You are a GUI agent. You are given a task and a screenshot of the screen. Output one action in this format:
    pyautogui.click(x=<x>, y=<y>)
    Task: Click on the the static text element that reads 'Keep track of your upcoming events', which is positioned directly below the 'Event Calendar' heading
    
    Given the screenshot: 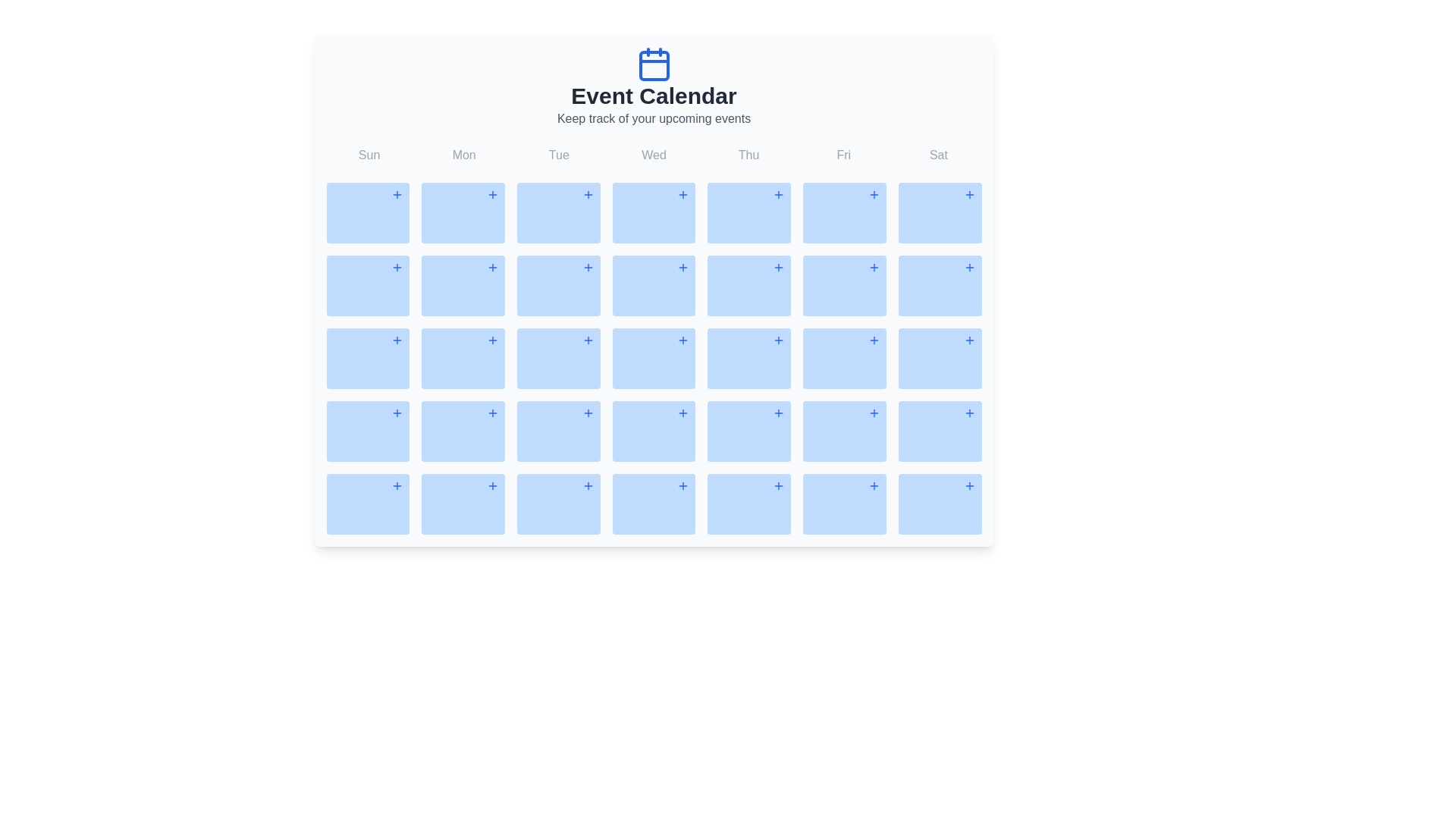 What is the action you would take?
    pyautogui.click(x=654, y=118)
    